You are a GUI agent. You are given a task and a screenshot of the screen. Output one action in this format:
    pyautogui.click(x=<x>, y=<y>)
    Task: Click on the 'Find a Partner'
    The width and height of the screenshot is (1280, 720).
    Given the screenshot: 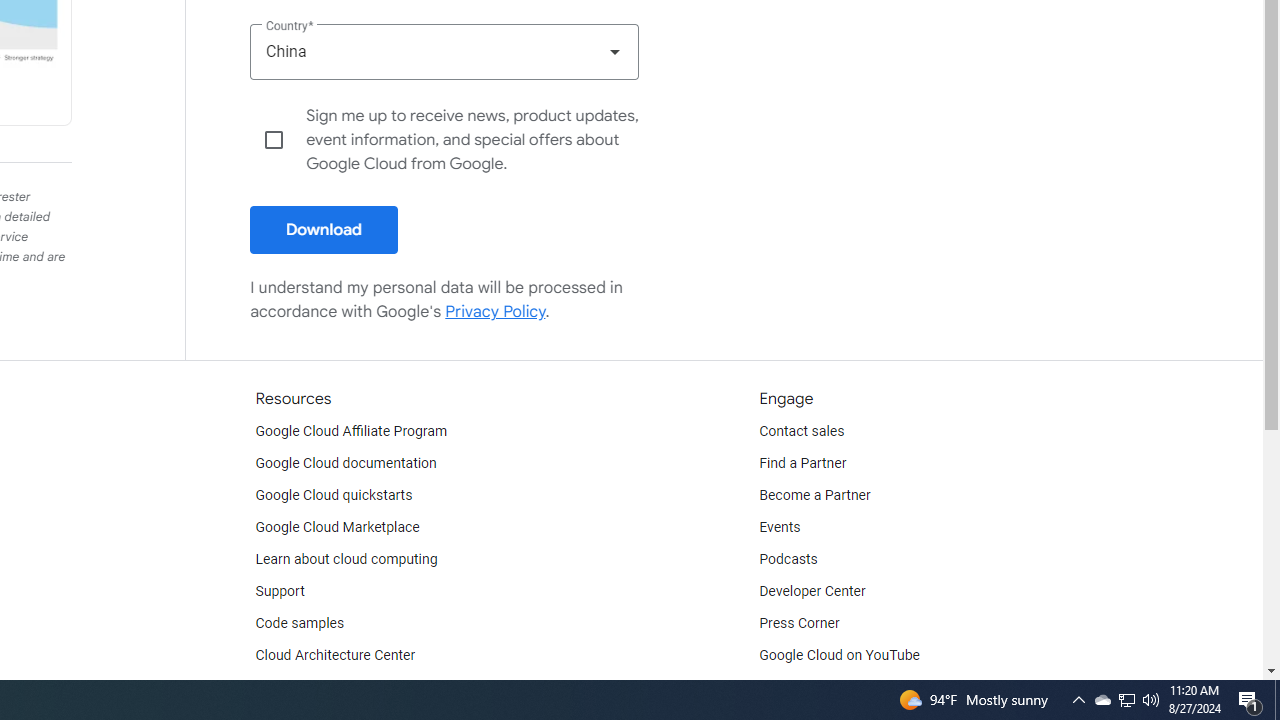 What is the action you would take?
    pyautogui.click(x=803, y=464)
    